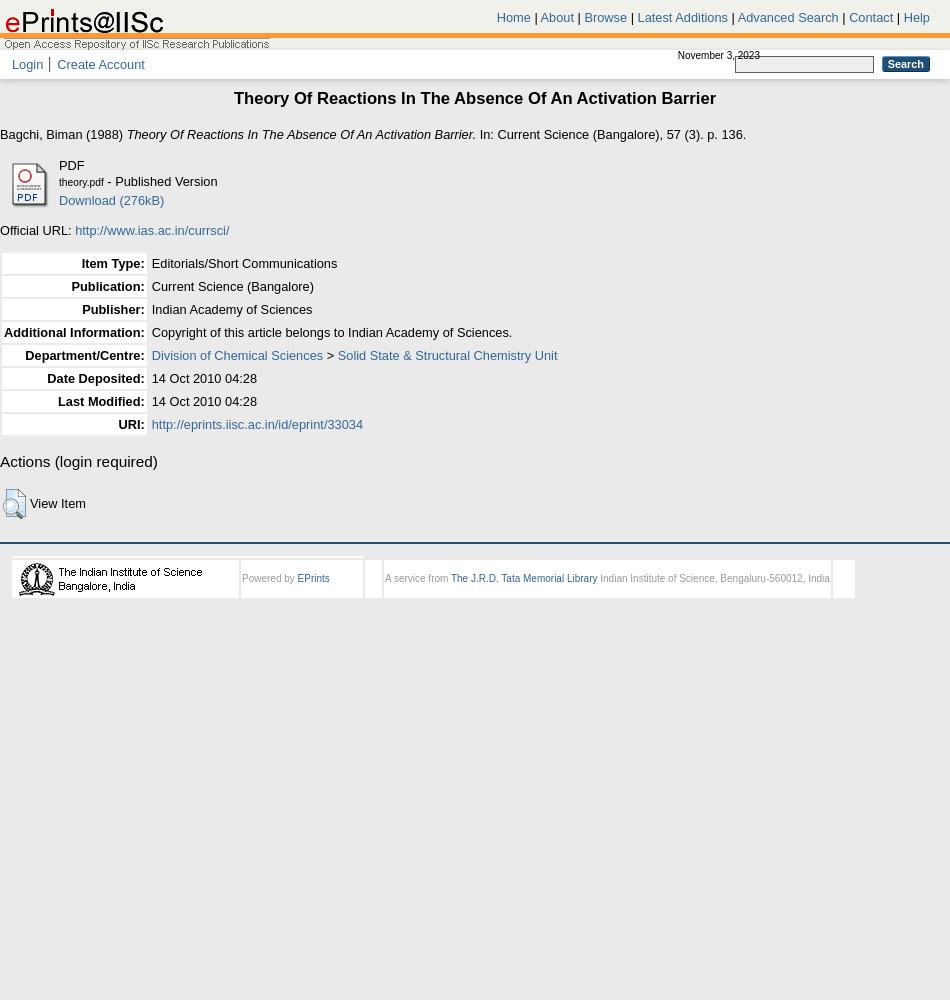  I want to click on 'Download (276kB)', so click(111, 198).